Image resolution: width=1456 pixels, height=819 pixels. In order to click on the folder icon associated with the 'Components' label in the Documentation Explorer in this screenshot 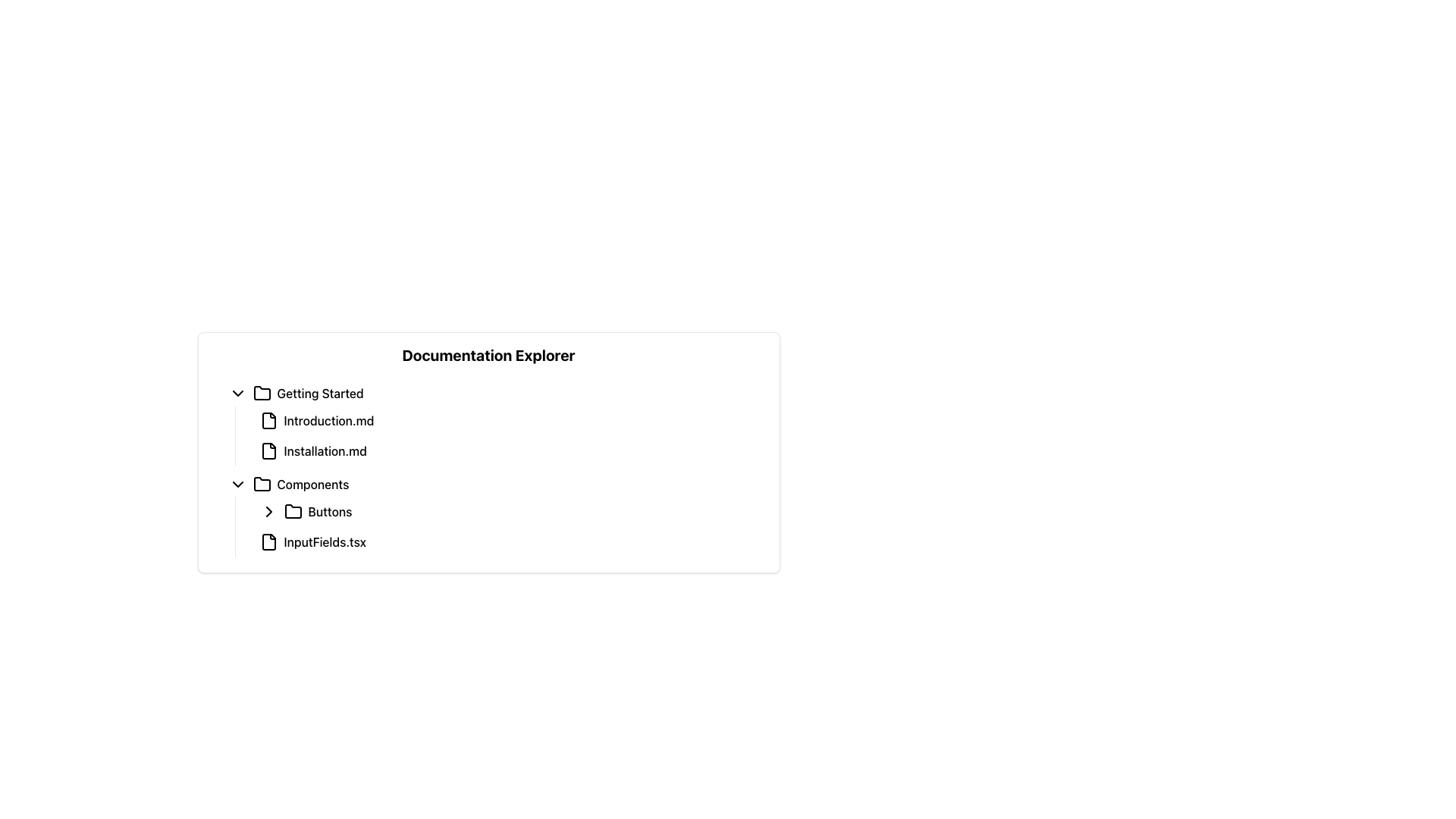, I will do `click(262, 484)`.